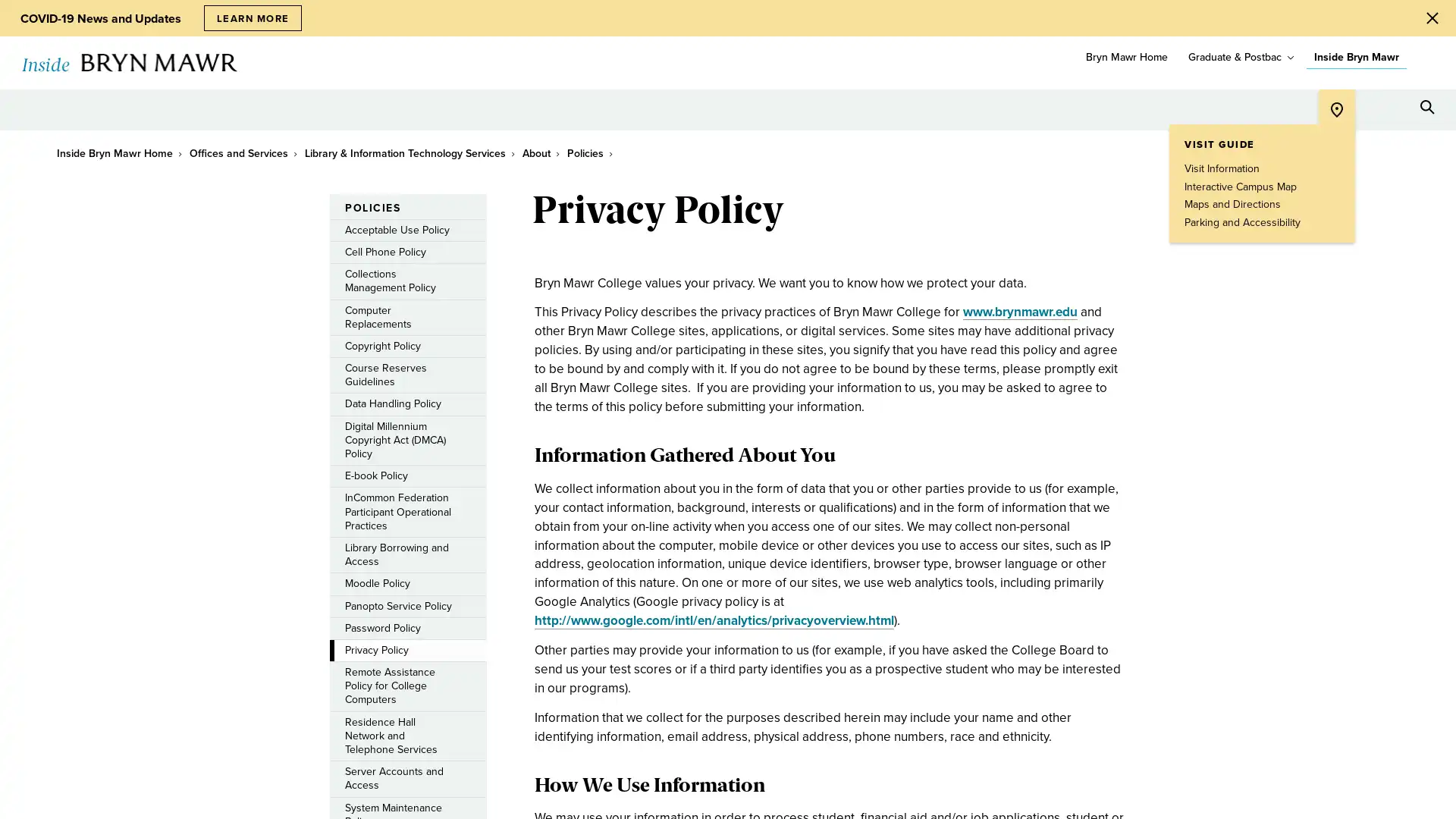 This screenshot has height=819, width=1456. I want to click on Search, so click(1426, 106).